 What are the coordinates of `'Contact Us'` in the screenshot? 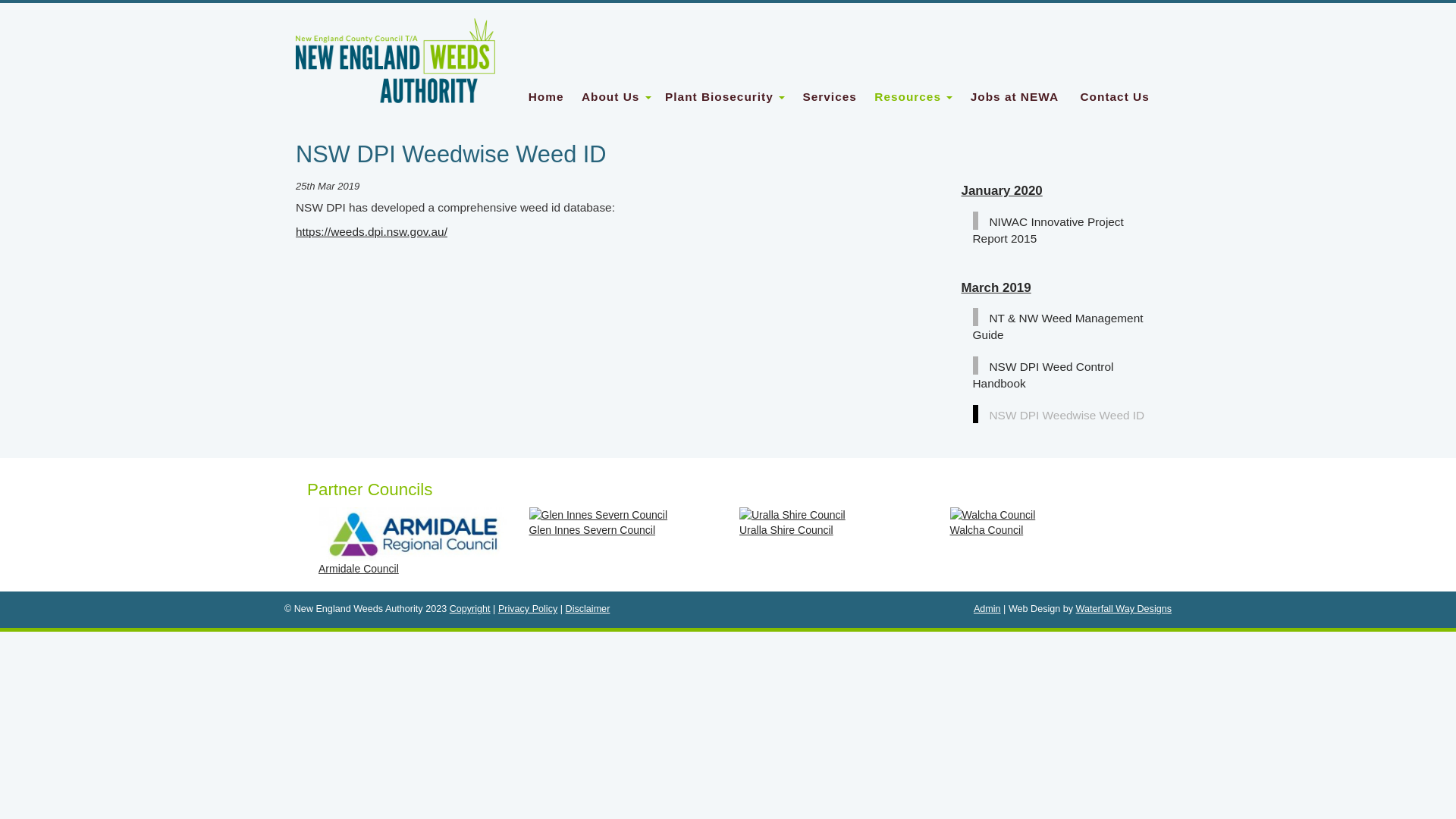 It's located at (1114, 96).